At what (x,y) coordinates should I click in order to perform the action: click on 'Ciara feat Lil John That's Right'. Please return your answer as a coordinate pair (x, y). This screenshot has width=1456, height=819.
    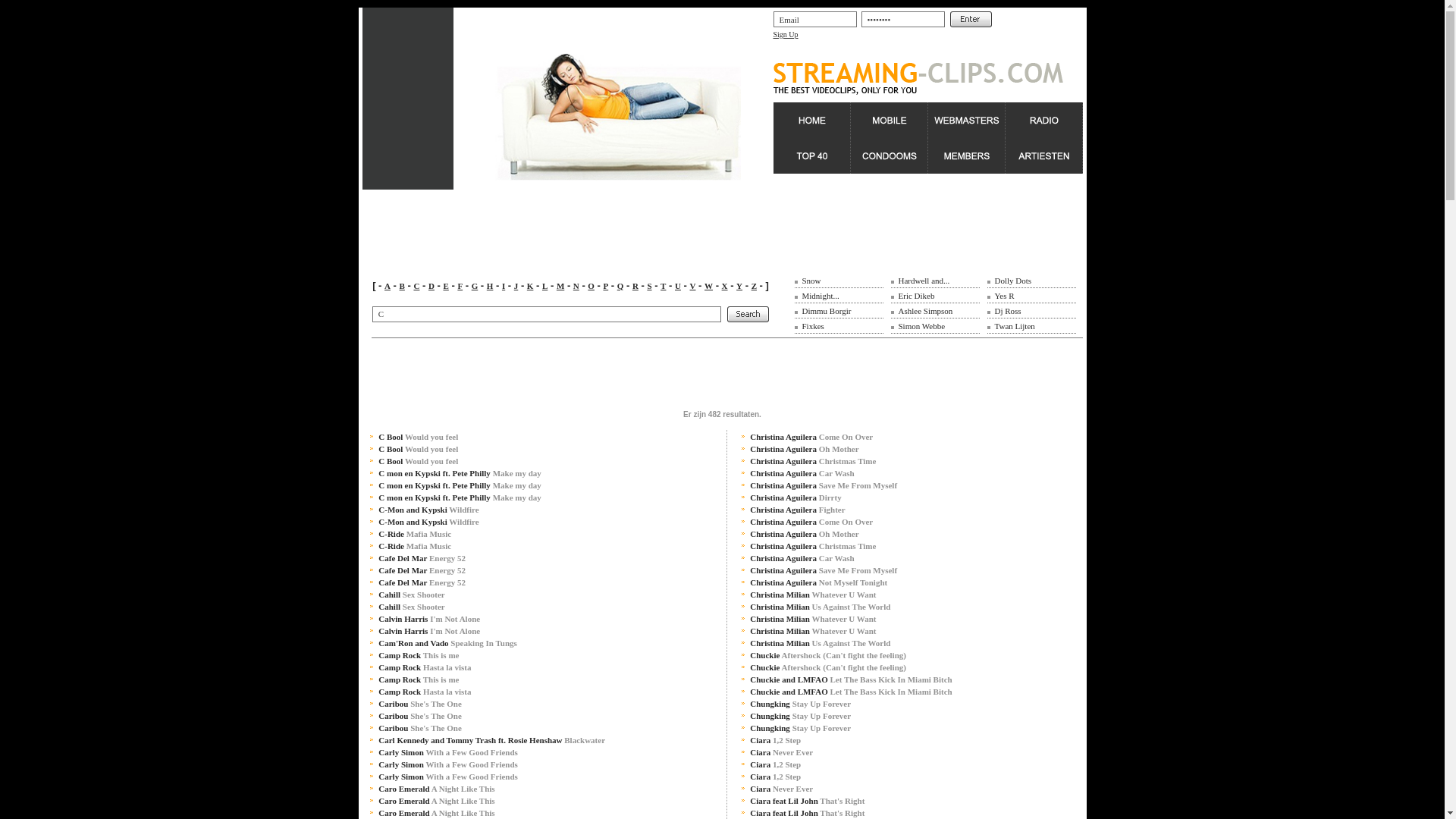
    Looking at the image, I should click on (806, 812).